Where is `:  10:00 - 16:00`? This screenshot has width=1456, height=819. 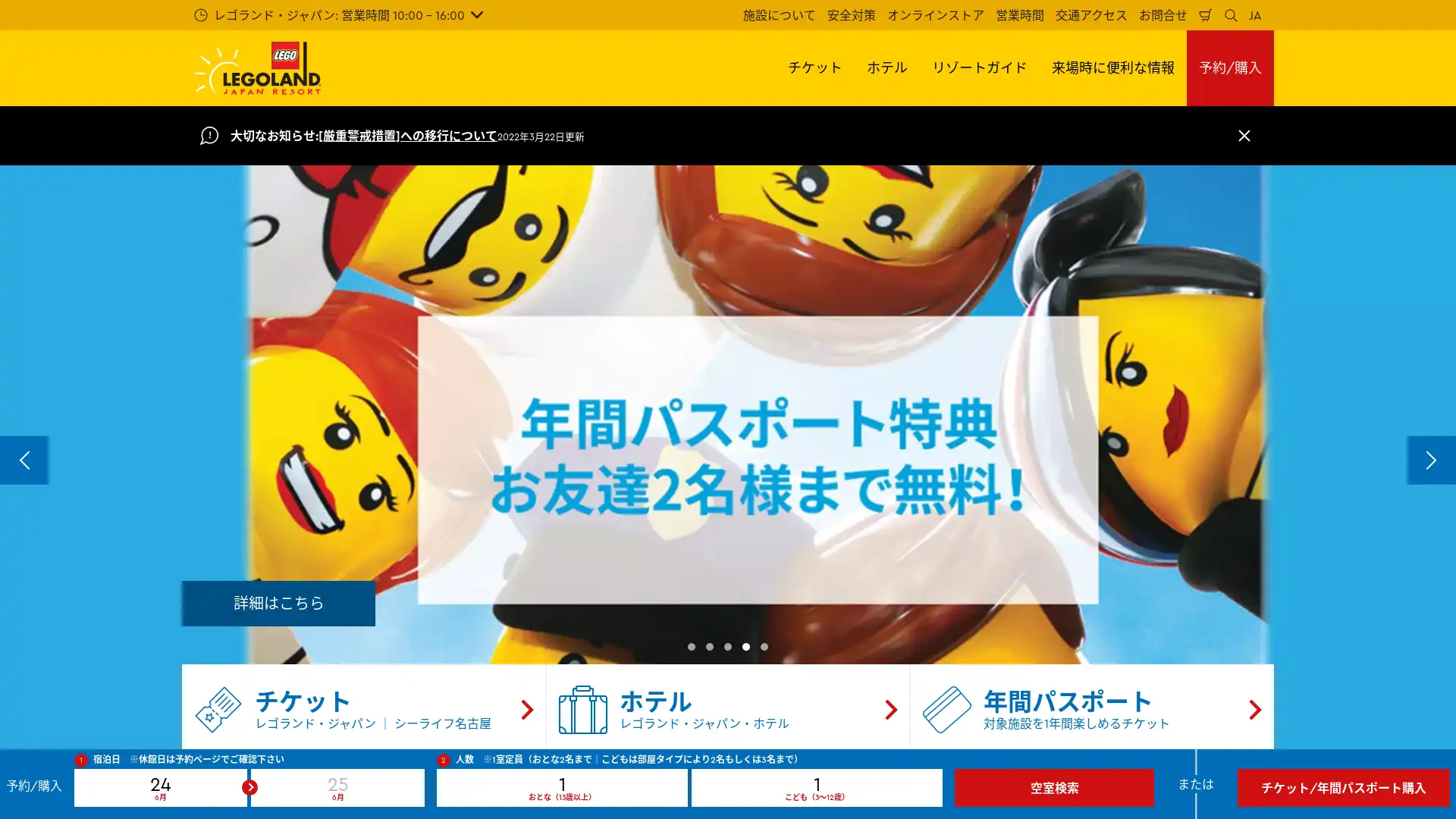
:  10:00 - 16:00 is located at coordinates (337, 14).